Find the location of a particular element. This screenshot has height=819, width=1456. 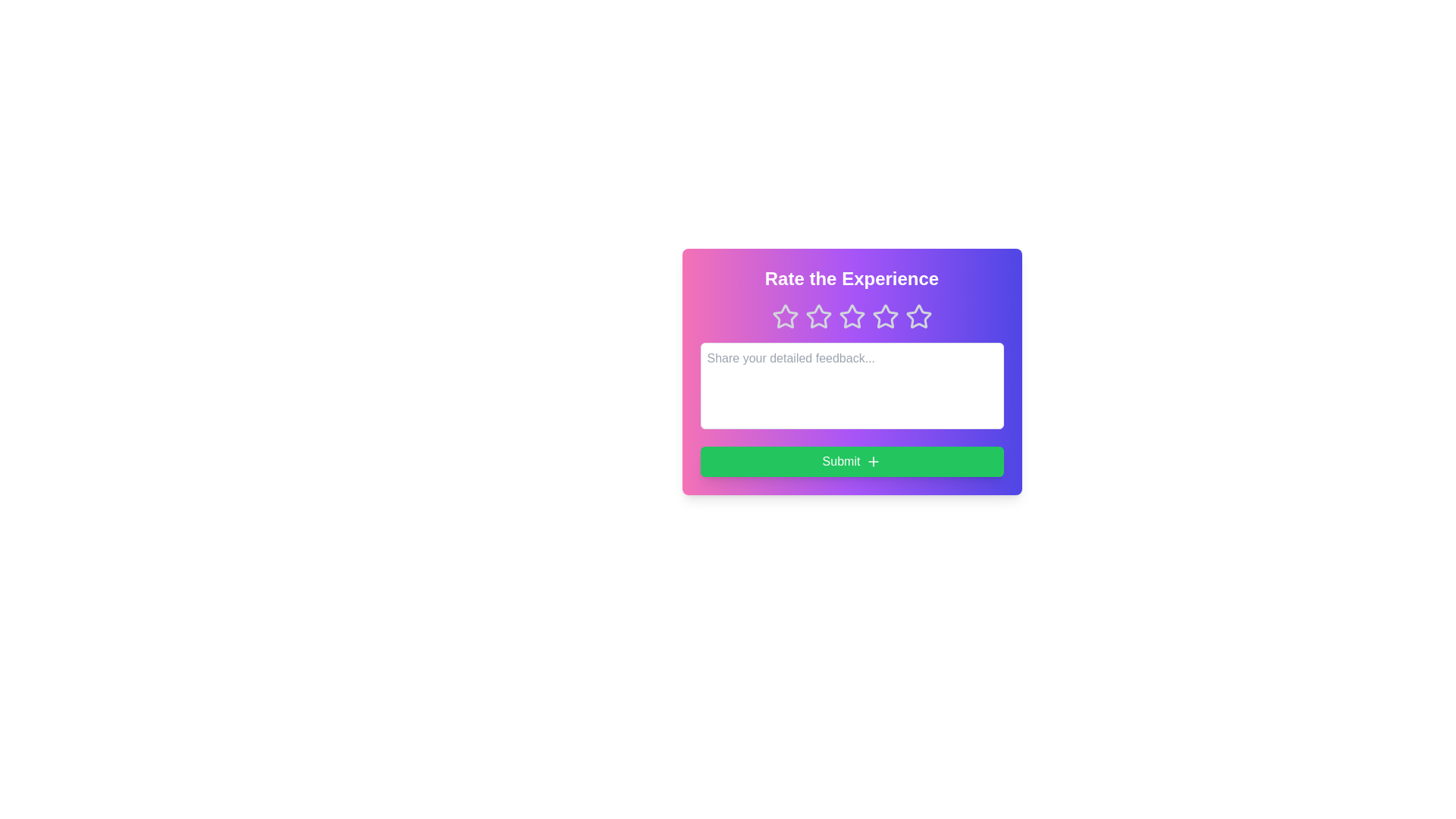

the star corresponding to 2 to preview the rating is located at coordinates (817, 315).